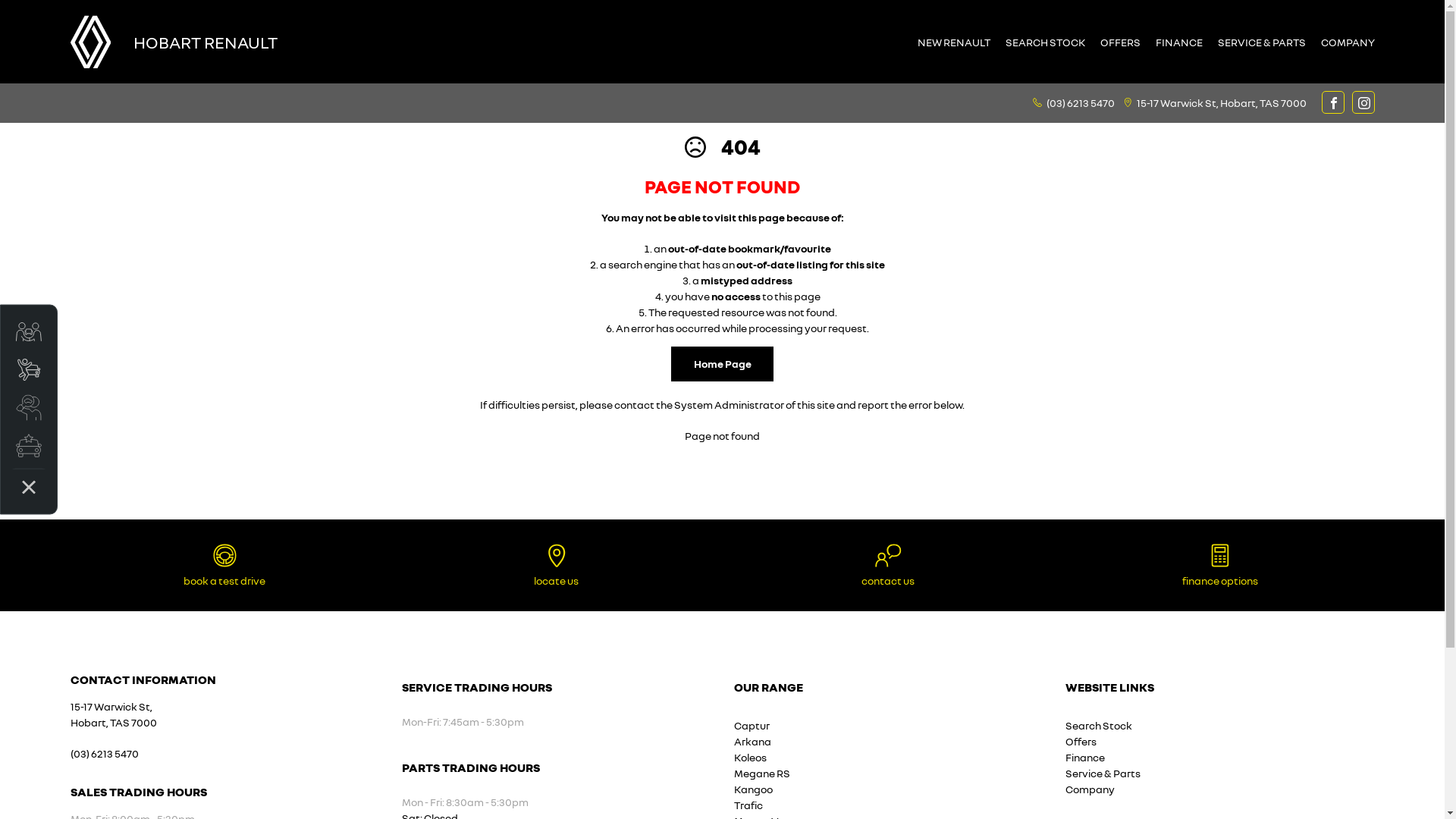  I want to click on 'Home Page', so click(721, 363).